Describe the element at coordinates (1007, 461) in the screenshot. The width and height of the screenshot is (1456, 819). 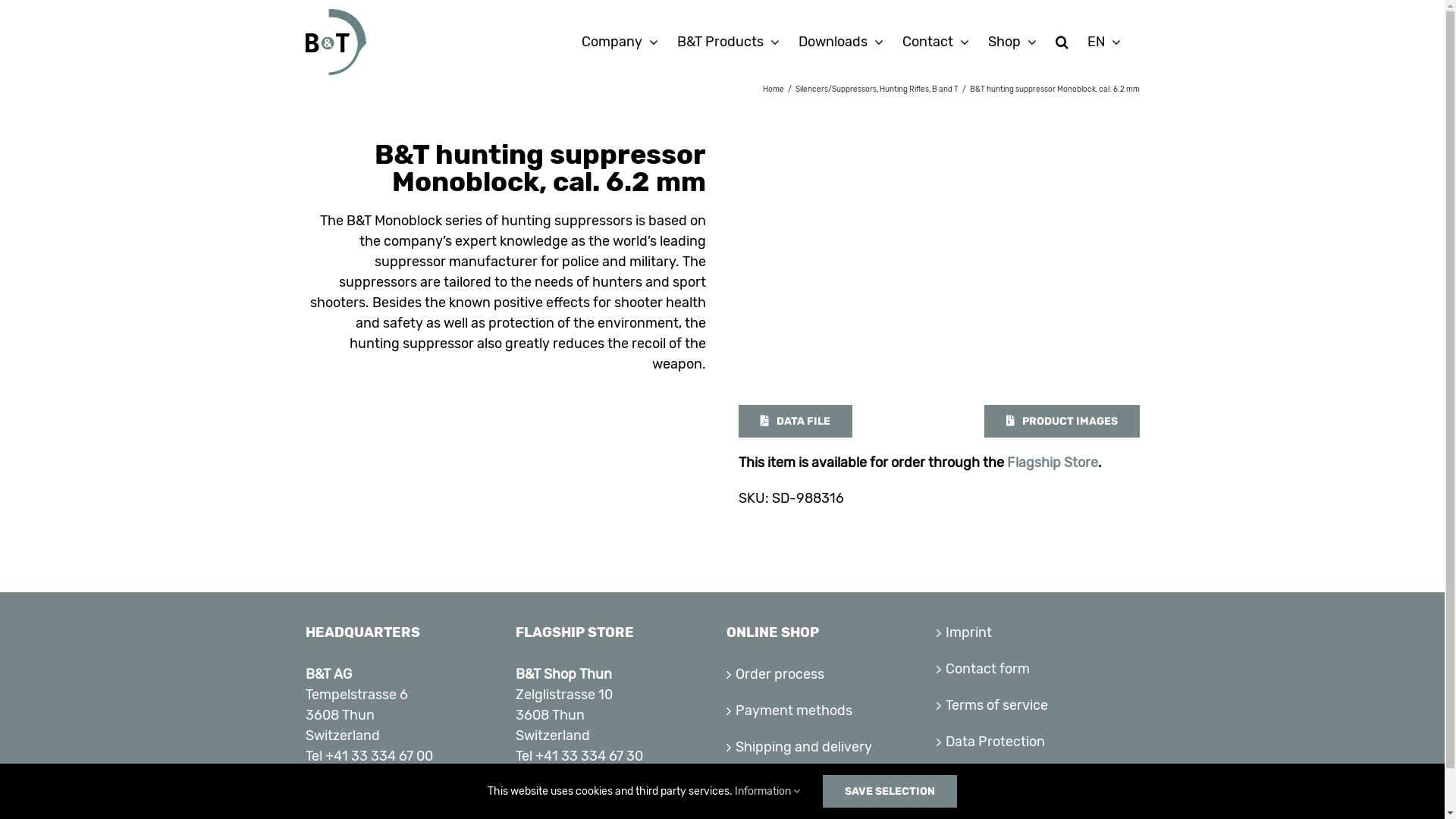
I see `'Flagship Store'` at that location.